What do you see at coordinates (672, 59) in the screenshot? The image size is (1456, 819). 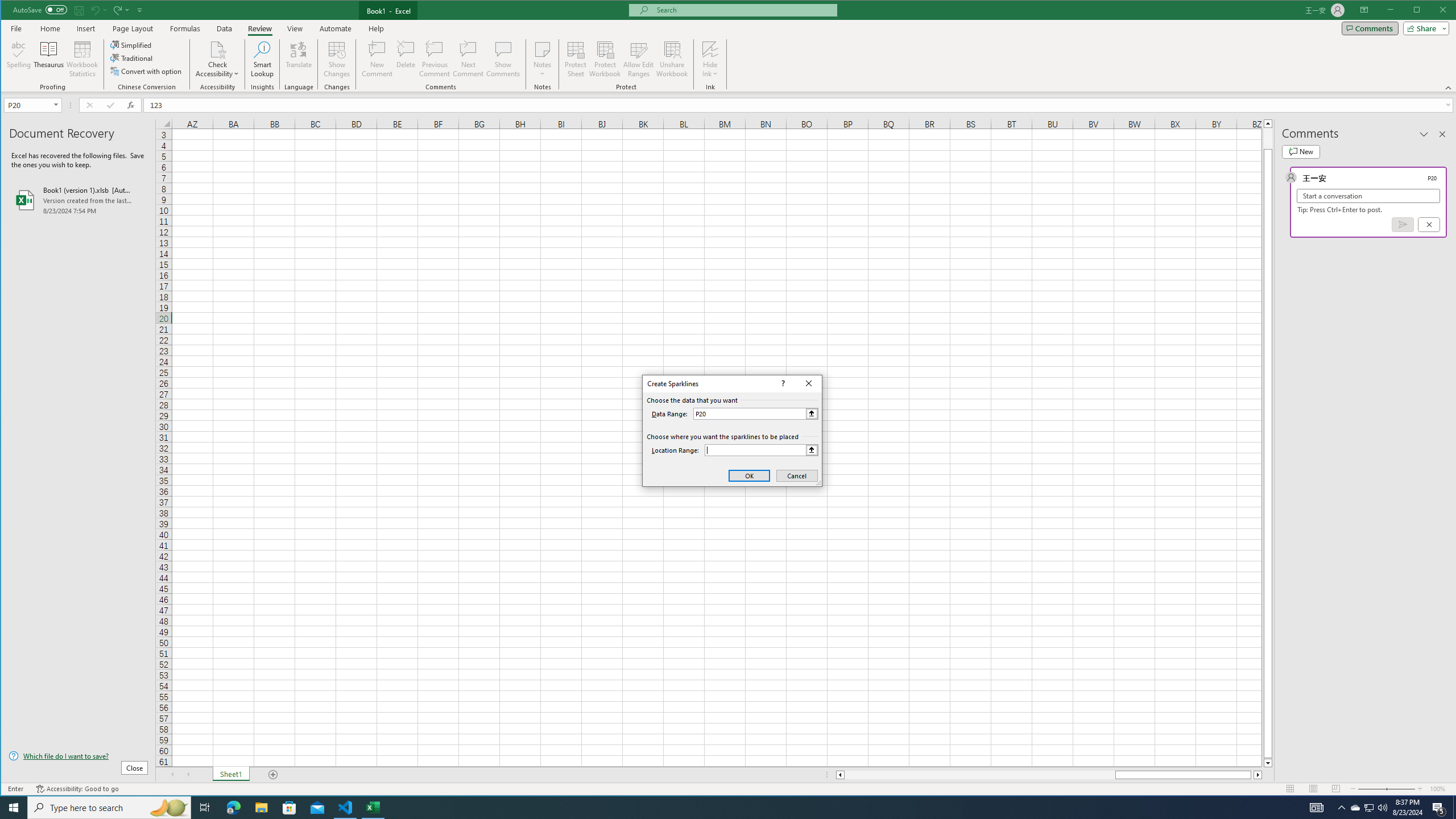 I see `'Unshare Workbook'` at bounding box center [672, 59].